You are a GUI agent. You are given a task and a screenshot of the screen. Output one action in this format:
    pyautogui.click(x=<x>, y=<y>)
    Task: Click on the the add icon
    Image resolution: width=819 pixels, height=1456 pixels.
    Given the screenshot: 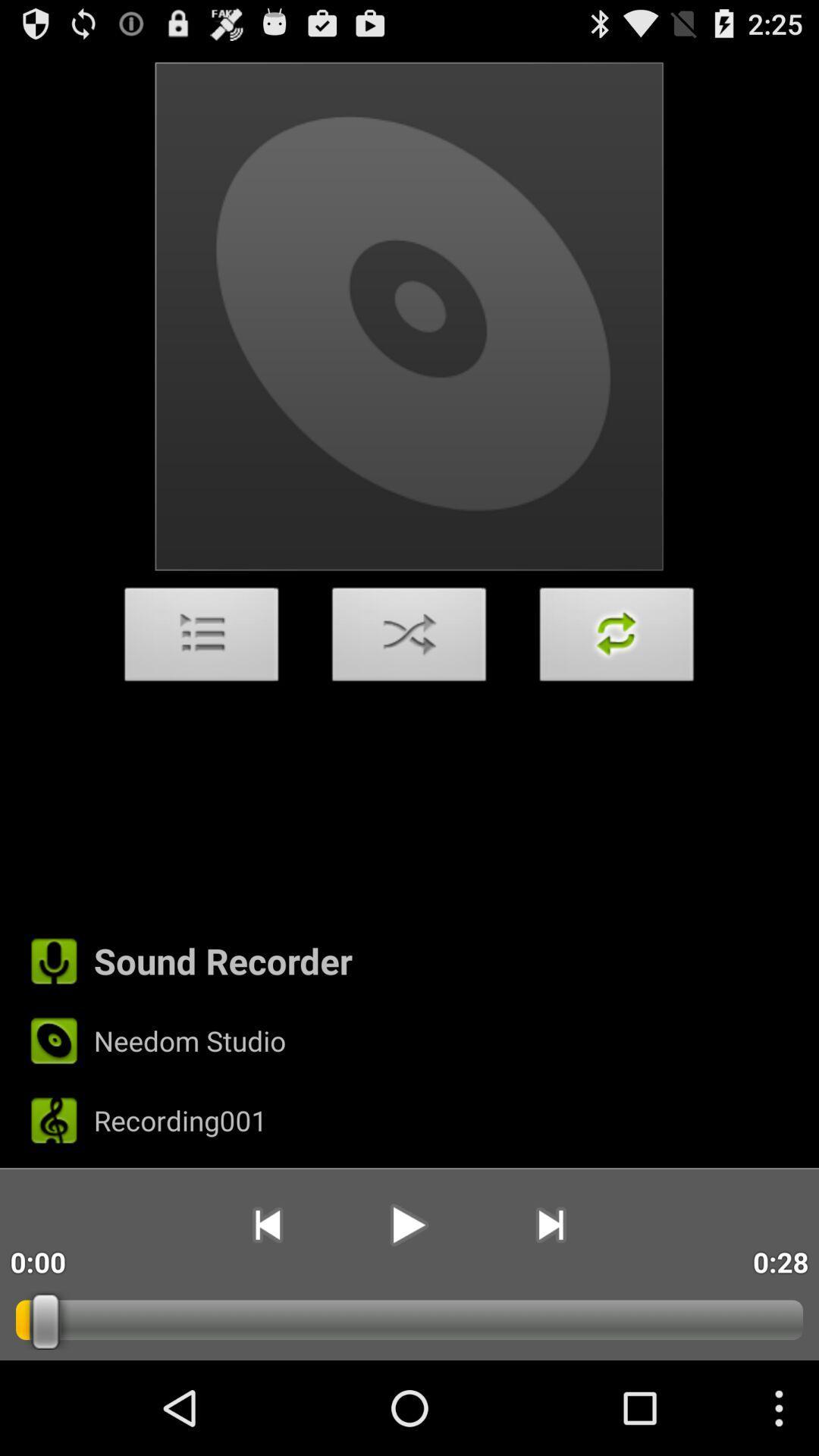 What is the action you would take?
    pyautogui.click(x=617, y=682)
    